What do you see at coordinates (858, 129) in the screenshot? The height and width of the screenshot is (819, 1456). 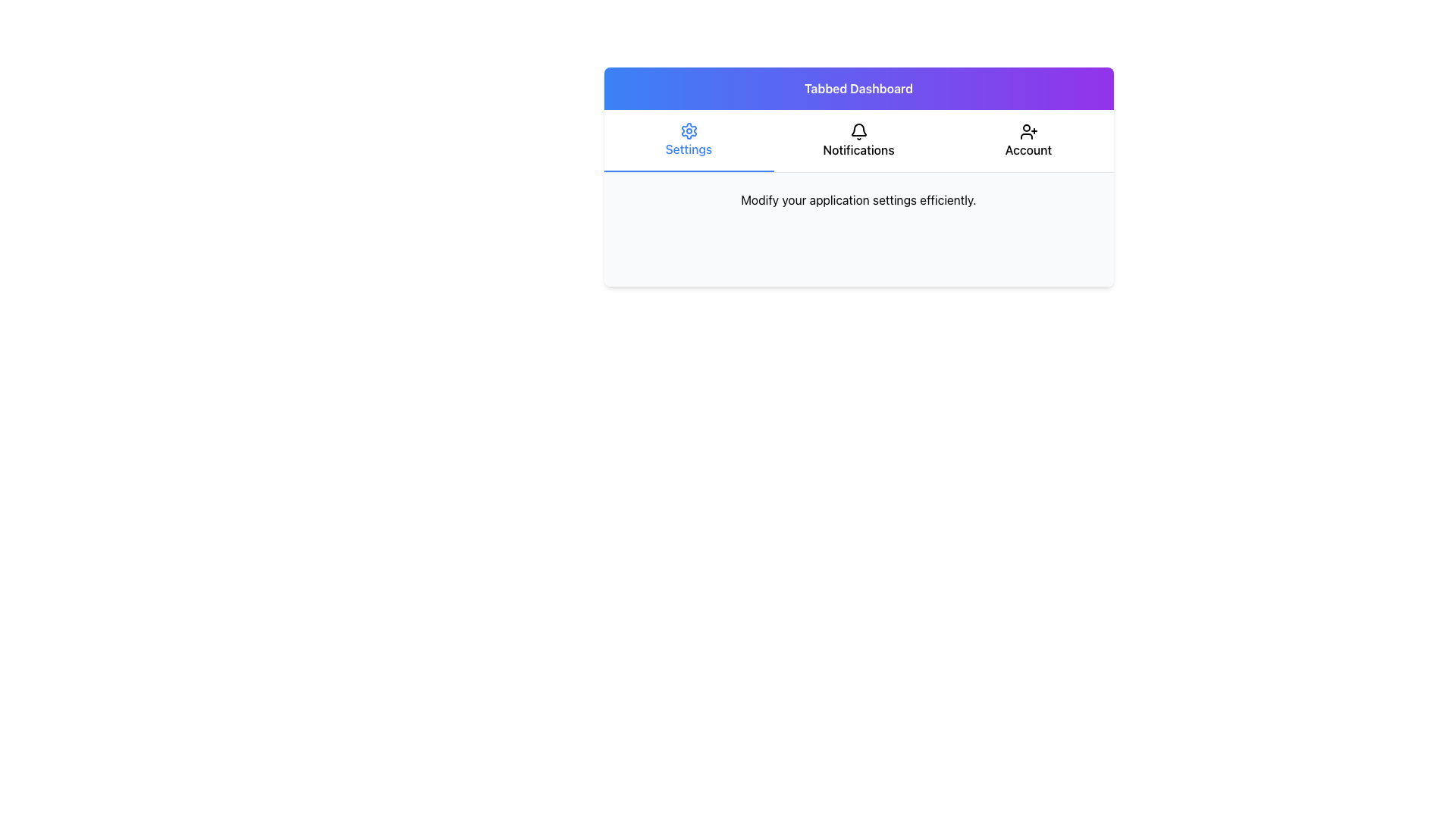 I see `the notification icon, which resembles a bell and is the second icon in the header section of the tabbed interface, positioned between a gear icon and a user icon` at bounding box center [858, 129].